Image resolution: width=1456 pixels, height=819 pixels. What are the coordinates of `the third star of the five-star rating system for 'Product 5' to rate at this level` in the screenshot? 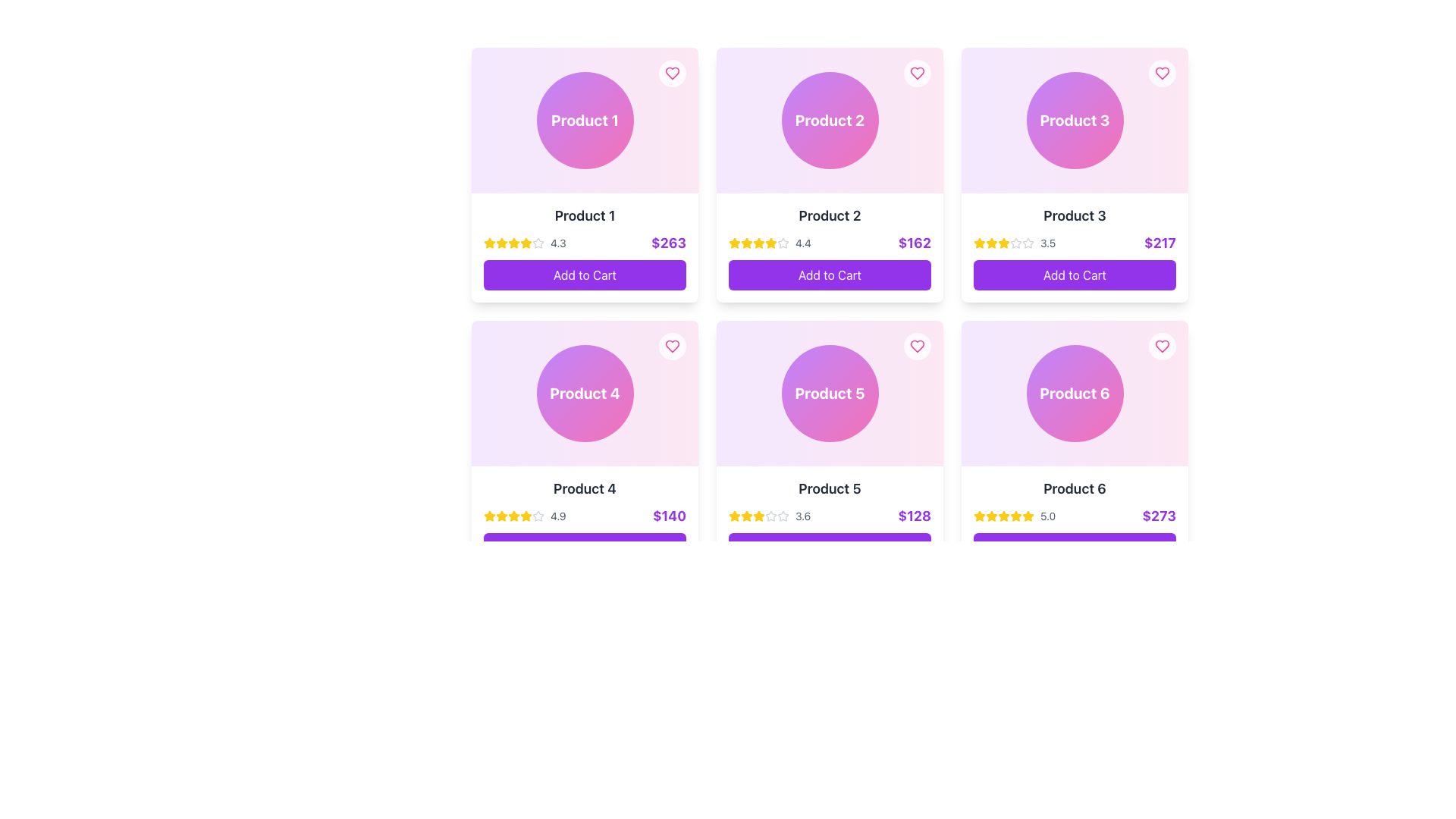 It's located at (746, 515).